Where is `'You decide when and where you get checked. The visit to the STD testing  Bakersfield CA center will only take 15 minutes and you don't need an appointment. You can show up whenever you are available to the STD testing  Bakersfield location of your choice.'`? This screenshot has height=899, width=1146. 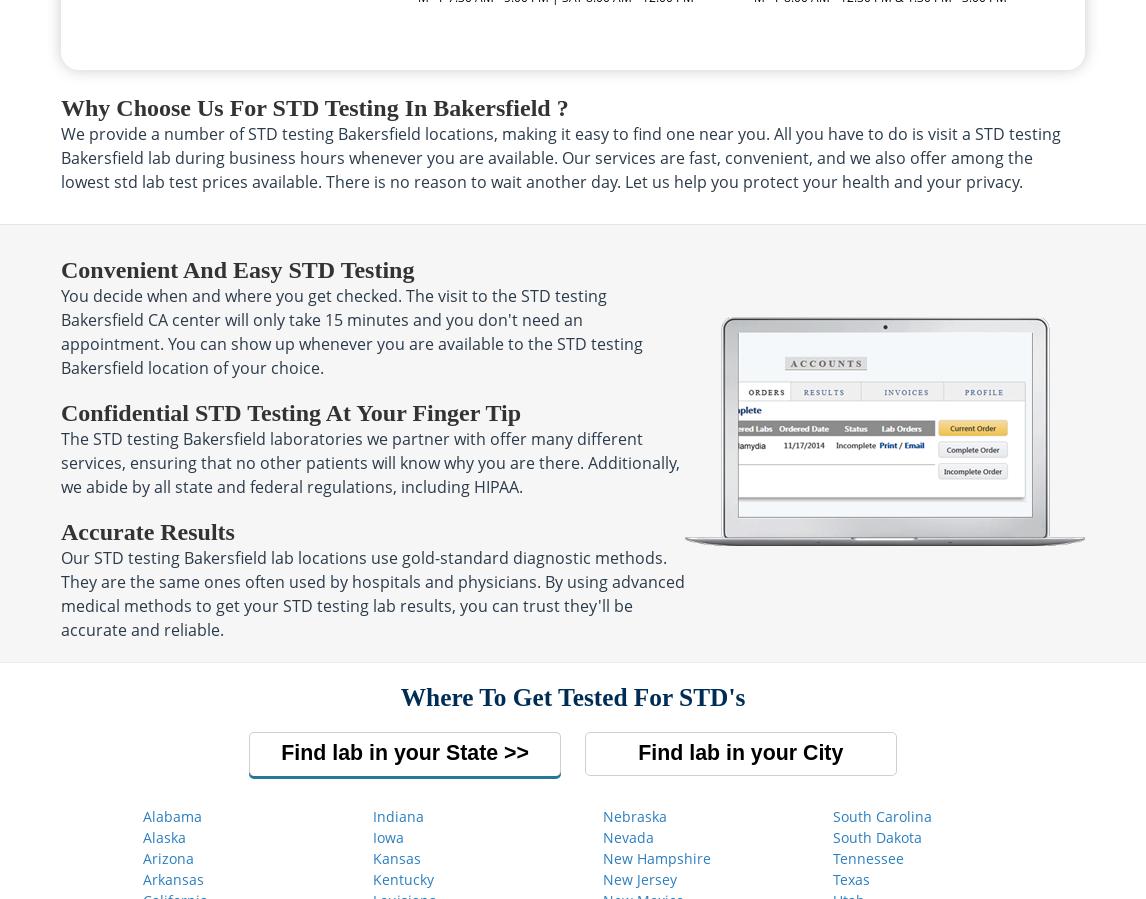 'You decide when and where you get checked. The visit to the STD testing  Bakersfield CA center will only take 15 minutes and you don't need an appointment. You can show up whenever you are available to the STD testing  Bakersfield location of your choice.' is located at coordinates (60, 330).